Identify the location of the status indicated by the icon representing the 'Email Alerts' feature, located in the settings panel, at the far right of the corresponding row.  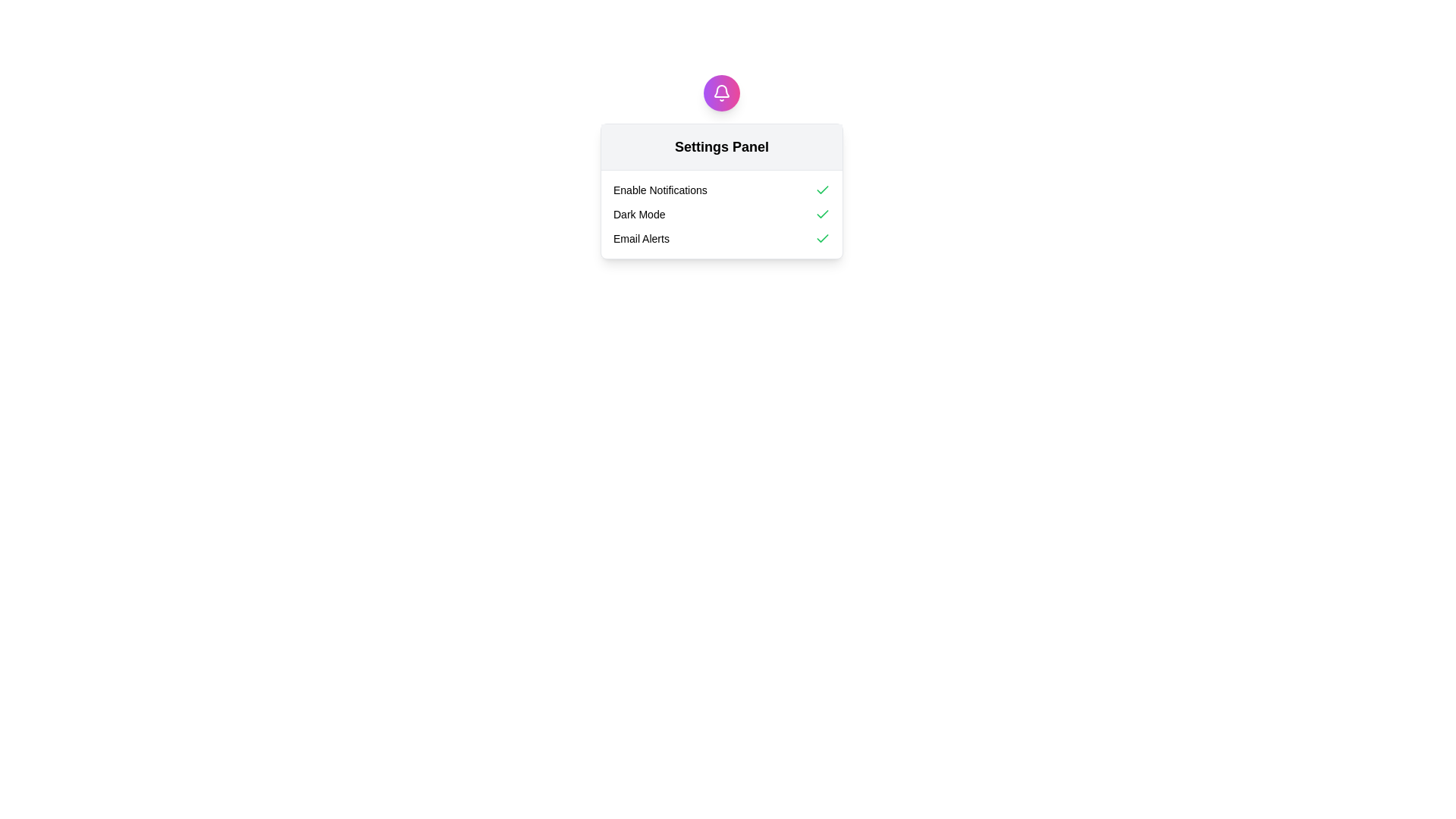
(821, 239).